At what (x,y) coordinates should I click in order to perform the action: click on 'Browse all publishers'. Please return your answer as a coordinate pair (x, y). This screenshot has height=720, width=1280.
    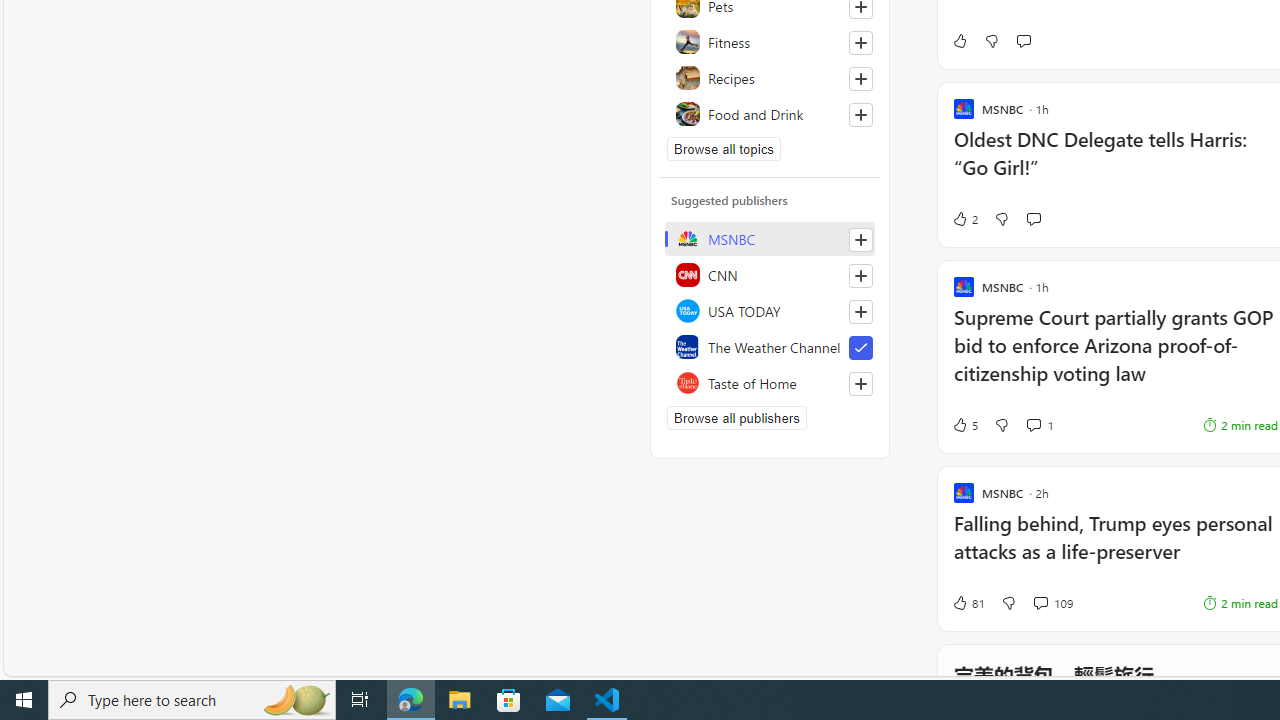
    Looking at the image, I should click on (735, 416).